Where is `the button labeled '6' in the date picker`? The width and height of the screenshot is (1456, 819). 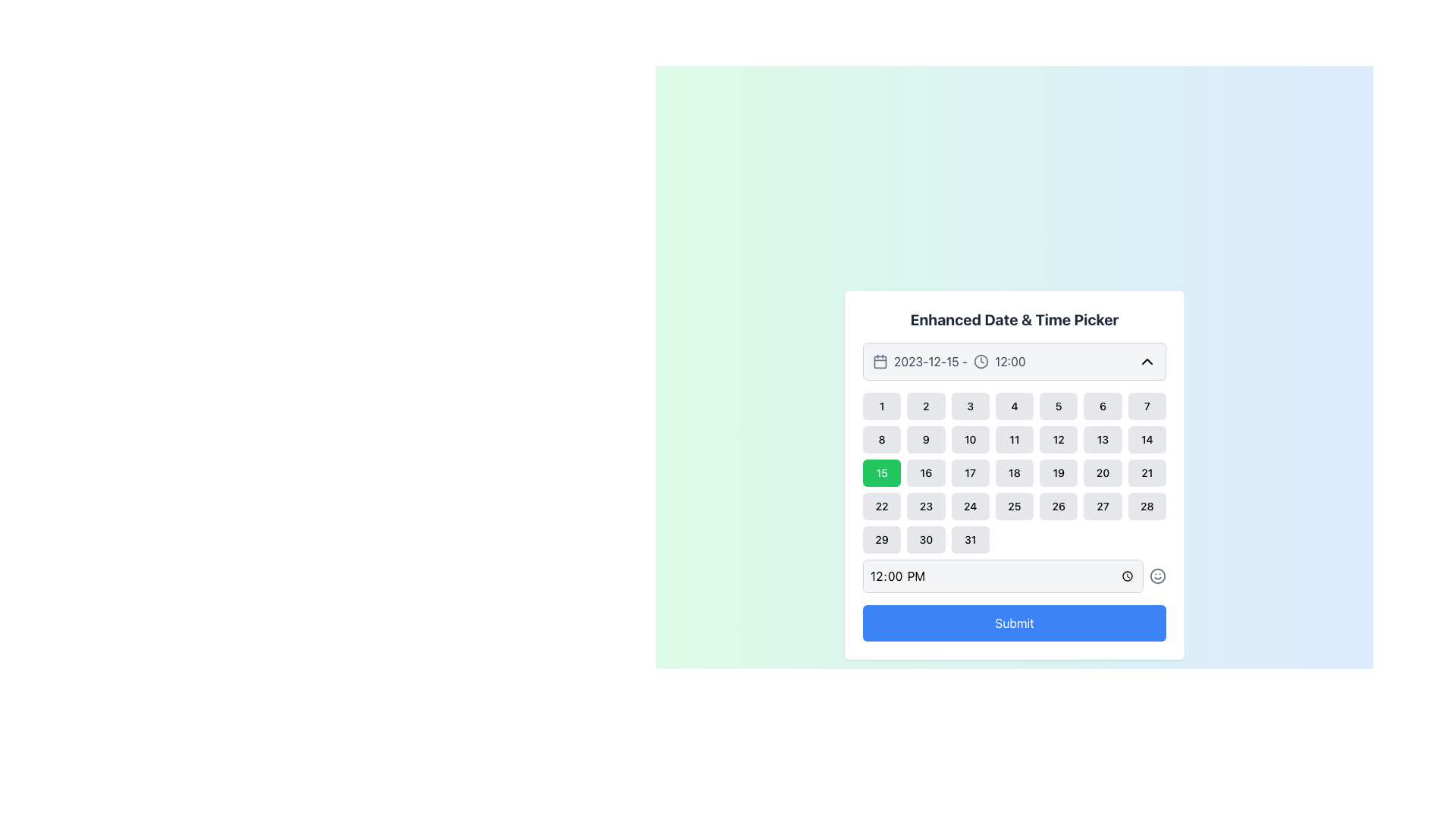 the button labeled '6' in the date picker is located at coordinates (1103, 406).